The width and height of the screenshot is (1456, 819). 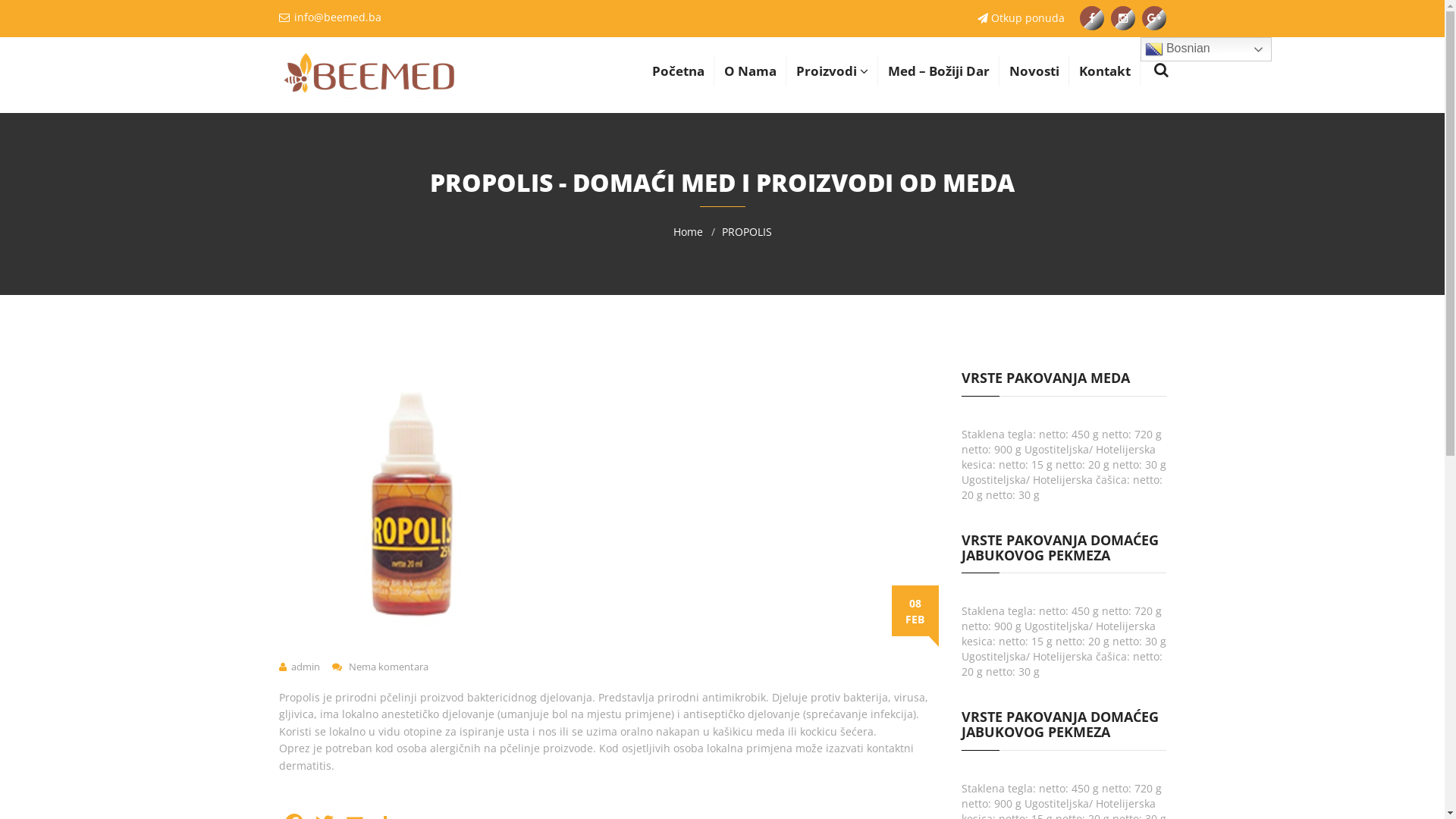 What do you see at coordinates (786, 71) in the screenshot?
I see `'Proizvodi'` at bounding box center [786, 71].